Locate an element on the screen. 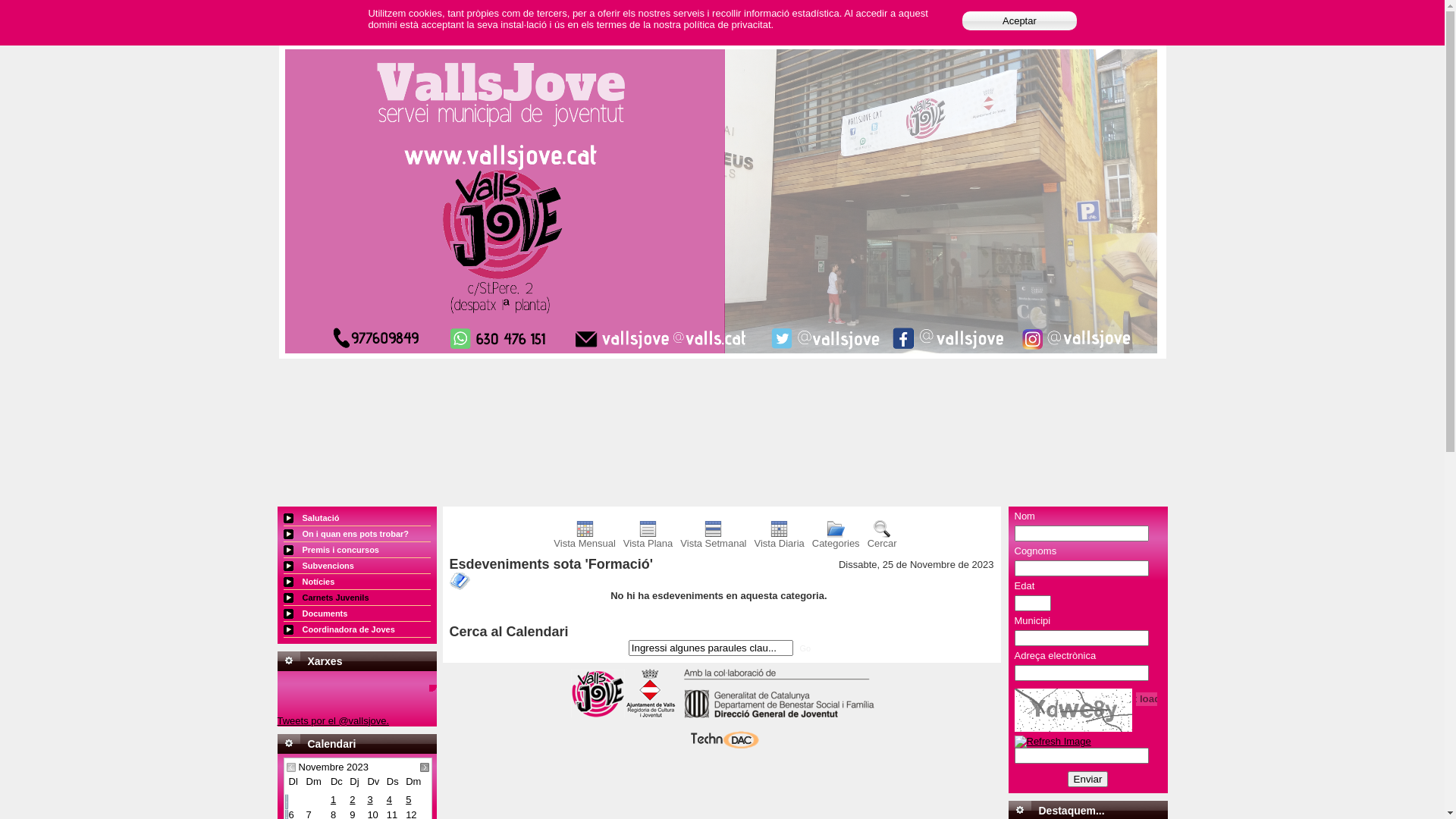 This screenshot has width=1456, height=819. 'Tweets por el @vallsjove.' is located at coordinates (277, 720).